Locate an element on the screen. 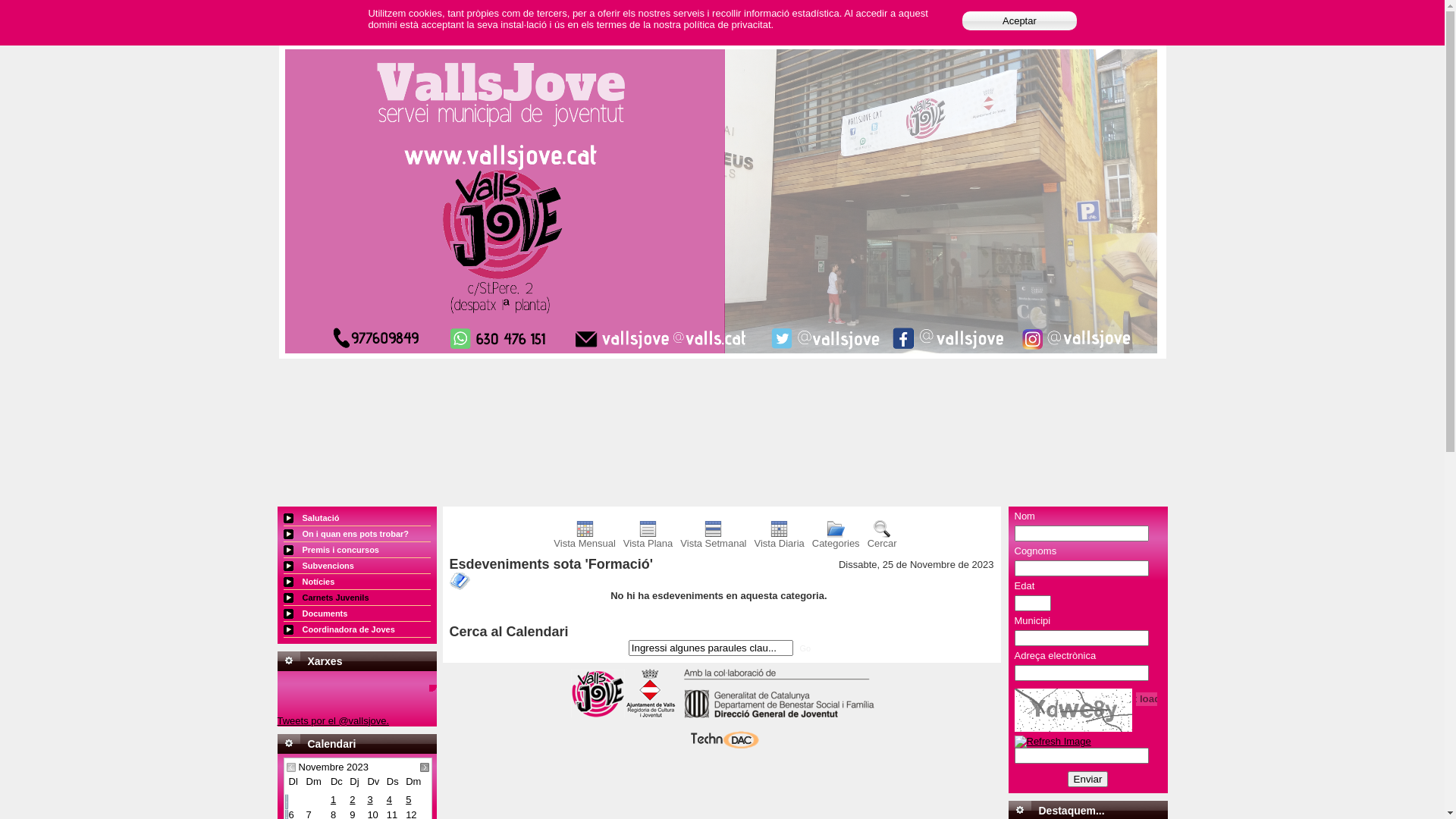 This screenshot has width=1456, height=819. 'Tweets por el @vallsjove.' is located at coordinates (277, 720).